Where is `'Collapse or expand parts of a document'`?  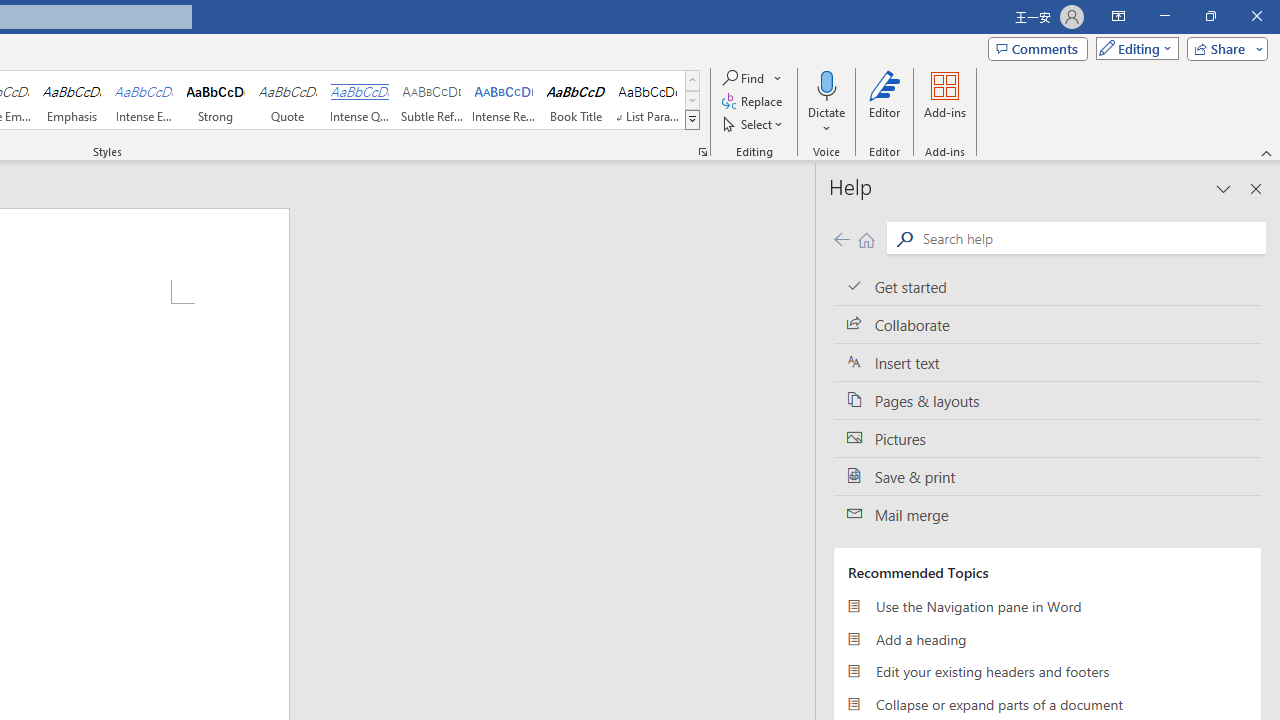 'Collapse or expand parts of a document' is located at coordinates (1046, 703).